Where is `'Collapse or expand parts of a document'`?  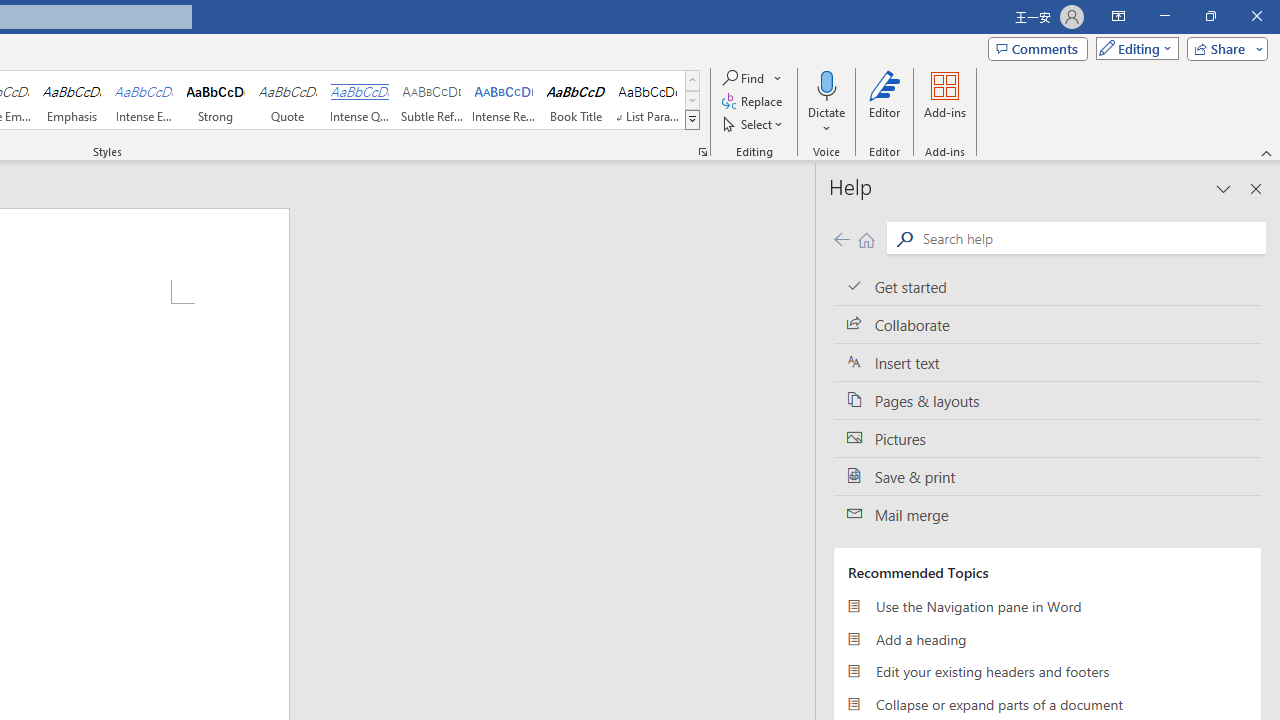 'Collapse or expand parts of a document' is located at coordinates (1046, 703).